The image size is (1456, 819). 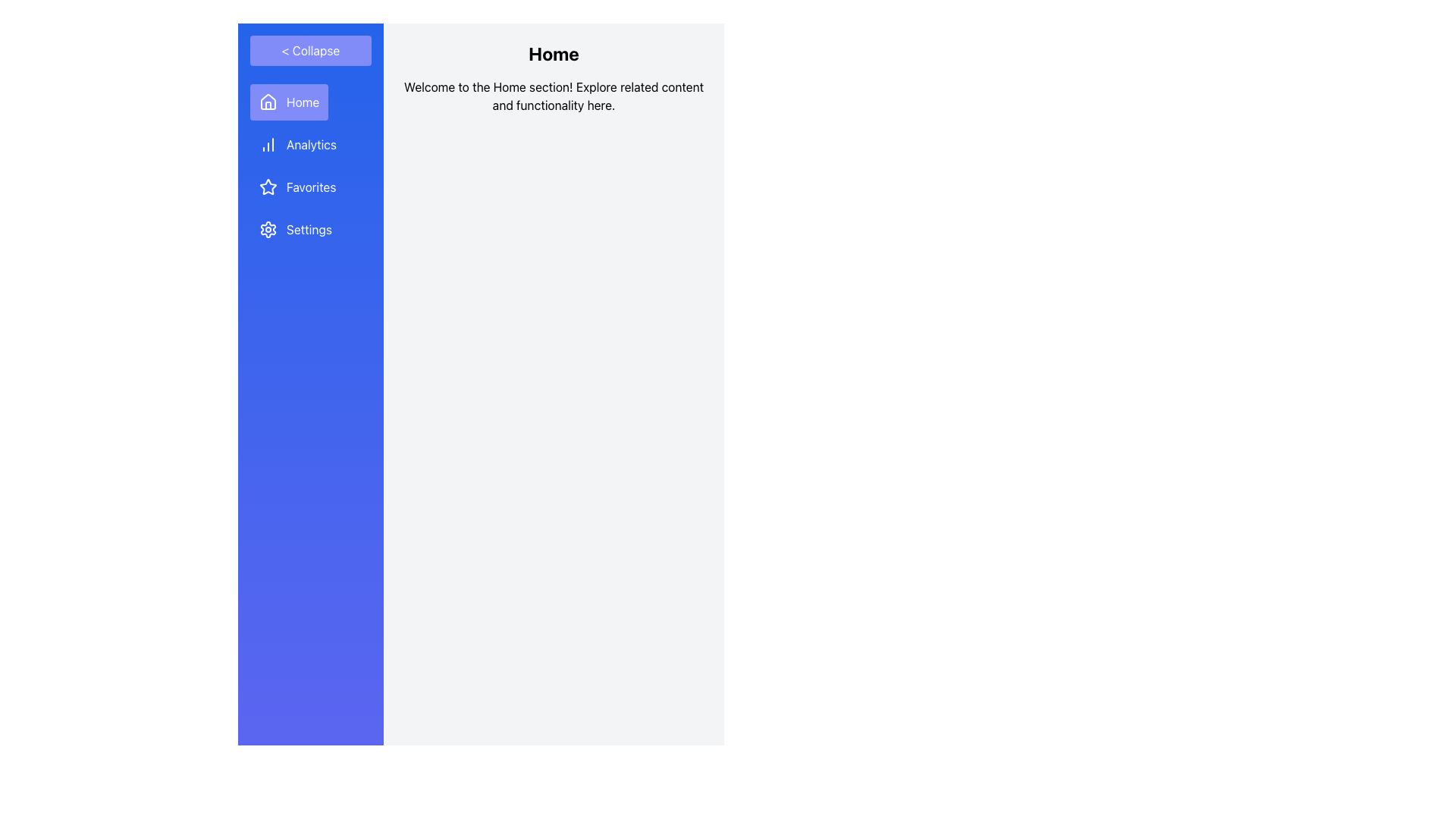 What do you see at coordinates (297, 186) in the screenshot?
I see `the 'Favorites' navigation button located as the third item in the vertical navigation menu, situated between 'Analytics' and 'Settings'` at bounding box center [297, 186].